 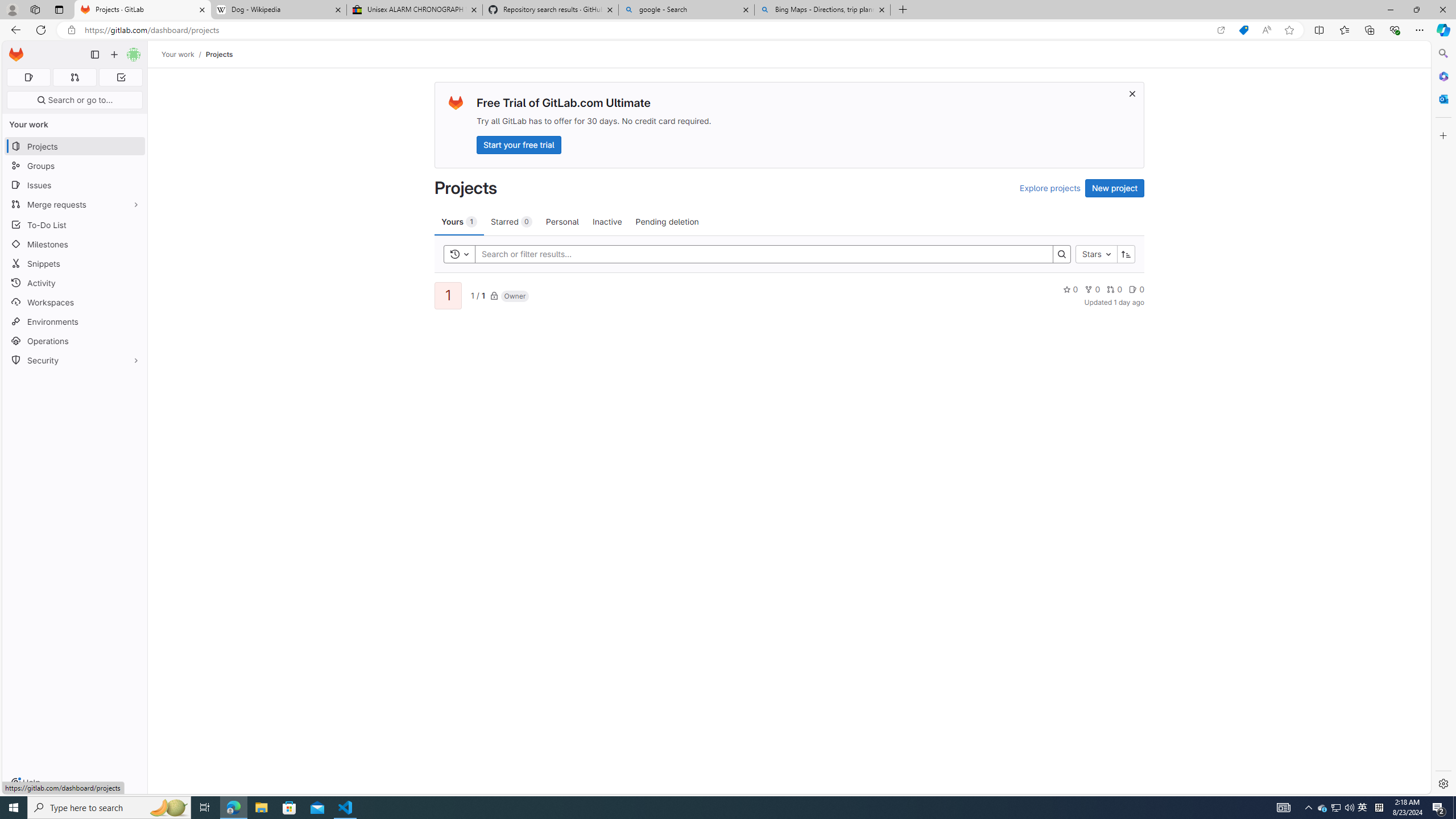 What do you see at coordinates (74, 359) in the screenshot?
I see `'Security'` at bounding box center [74, 359].